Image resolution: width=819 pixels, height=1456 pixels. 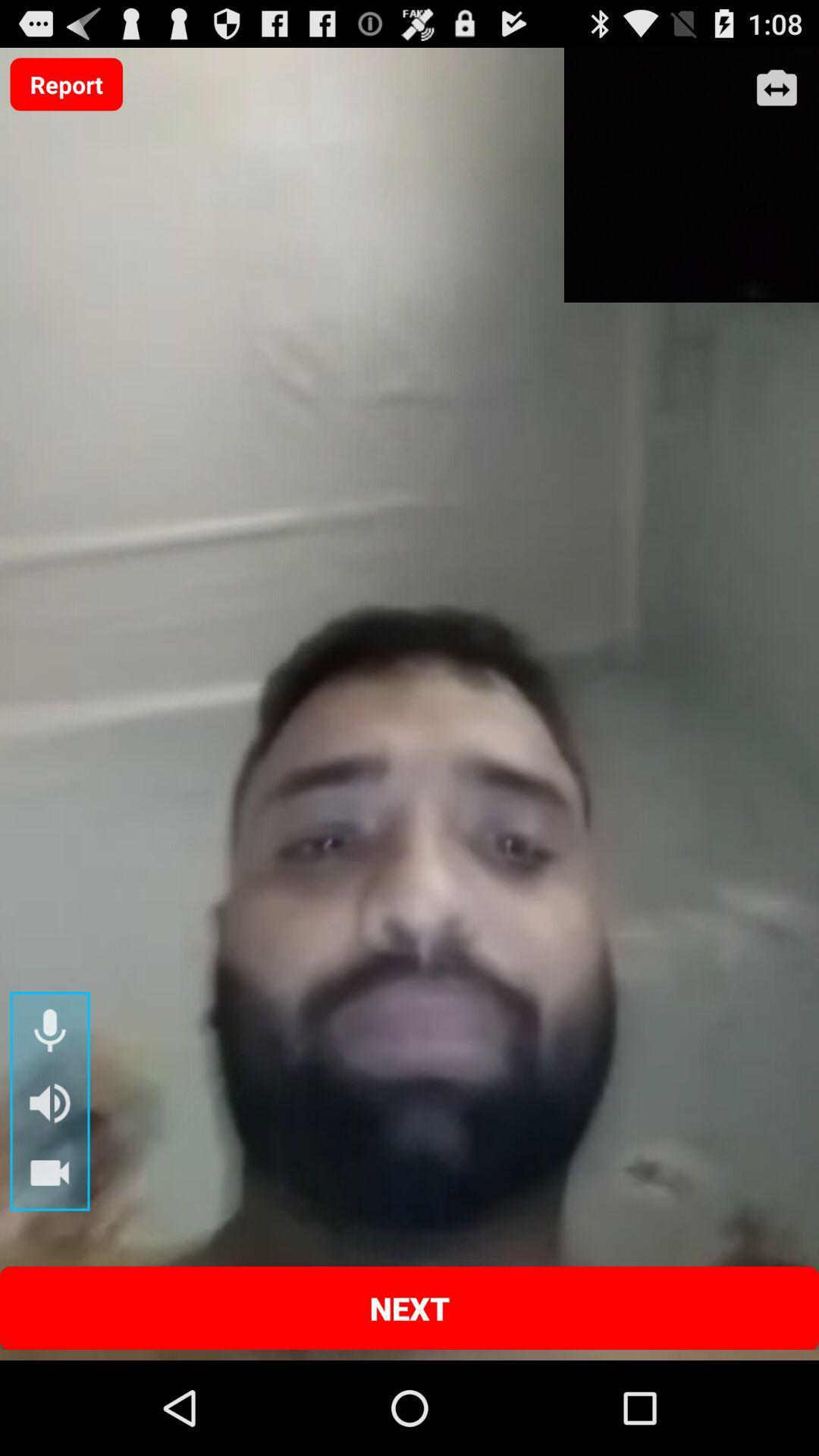 What do you see at coordinates (777, 89) in the screenshot?
I see `previous` at bounding box center [777, 89].